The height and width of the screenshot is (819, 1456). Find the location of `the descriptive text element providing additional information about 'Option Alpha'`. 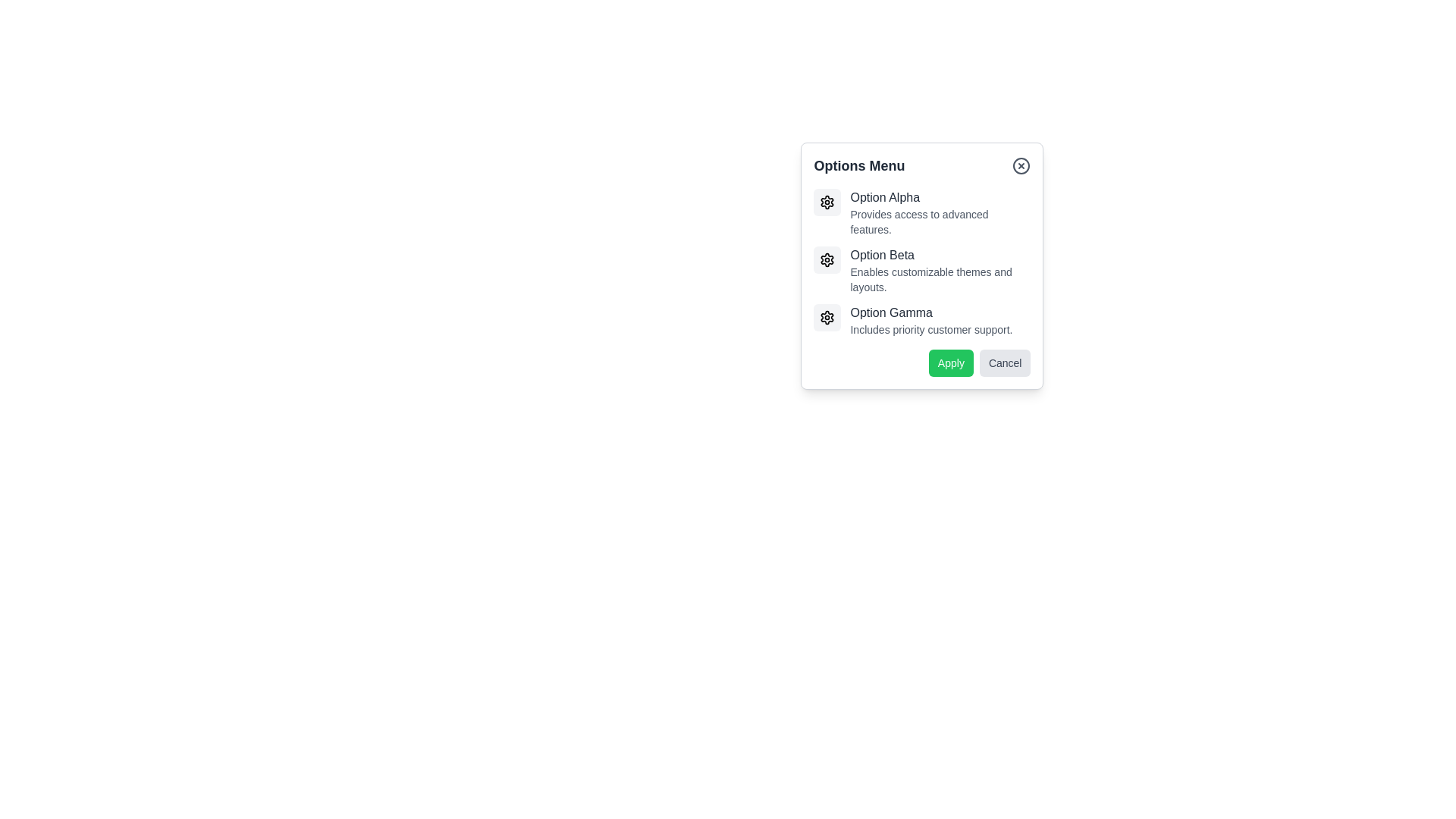

the descriptive text element providing additional information about 'Option Alpha' is located at coordinates (940, 222).